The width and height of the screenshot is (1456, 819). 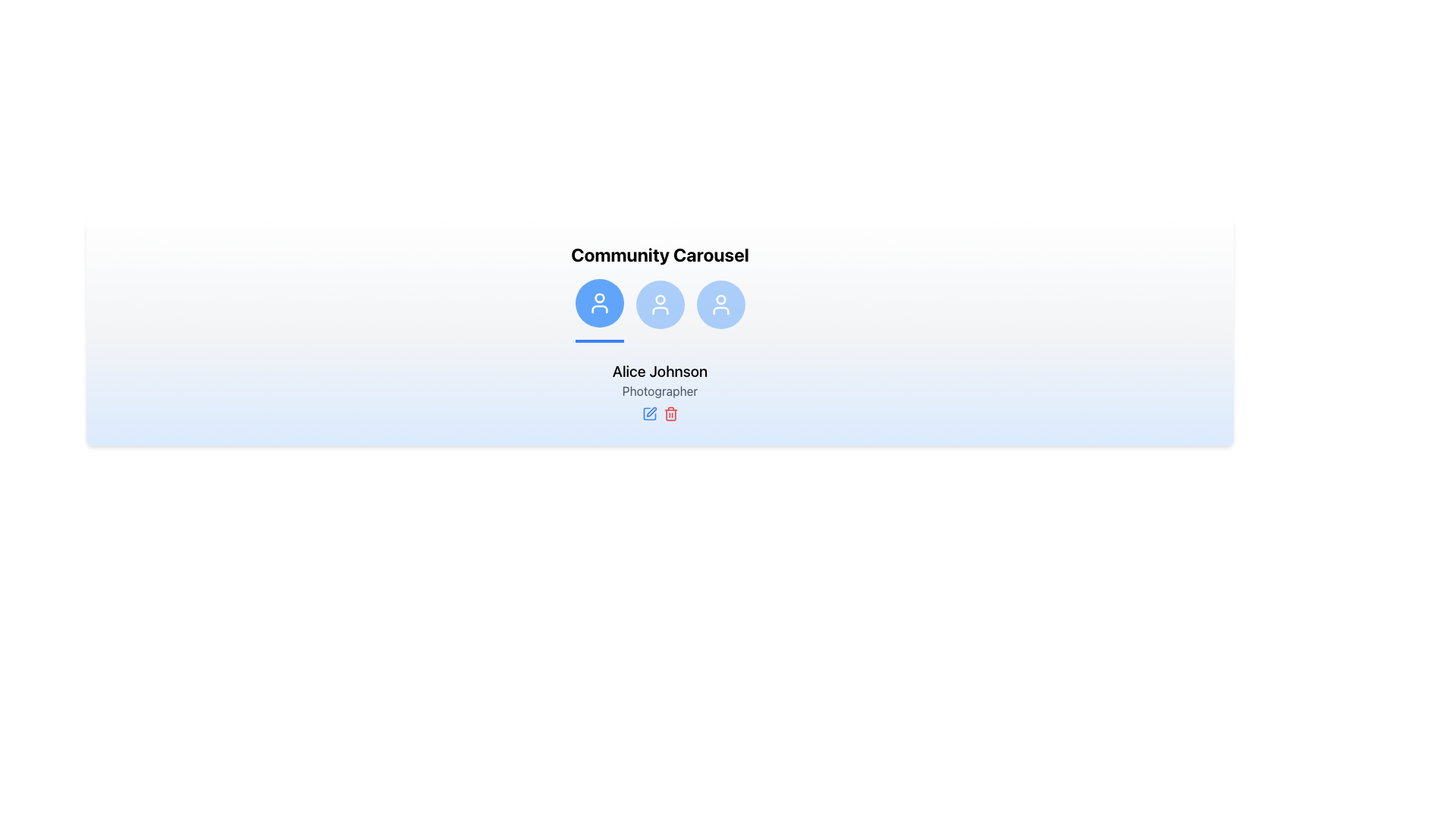 I want to click on the third circular button in the carousel interface using keyboard tabbing, so click(x=720, y=304).